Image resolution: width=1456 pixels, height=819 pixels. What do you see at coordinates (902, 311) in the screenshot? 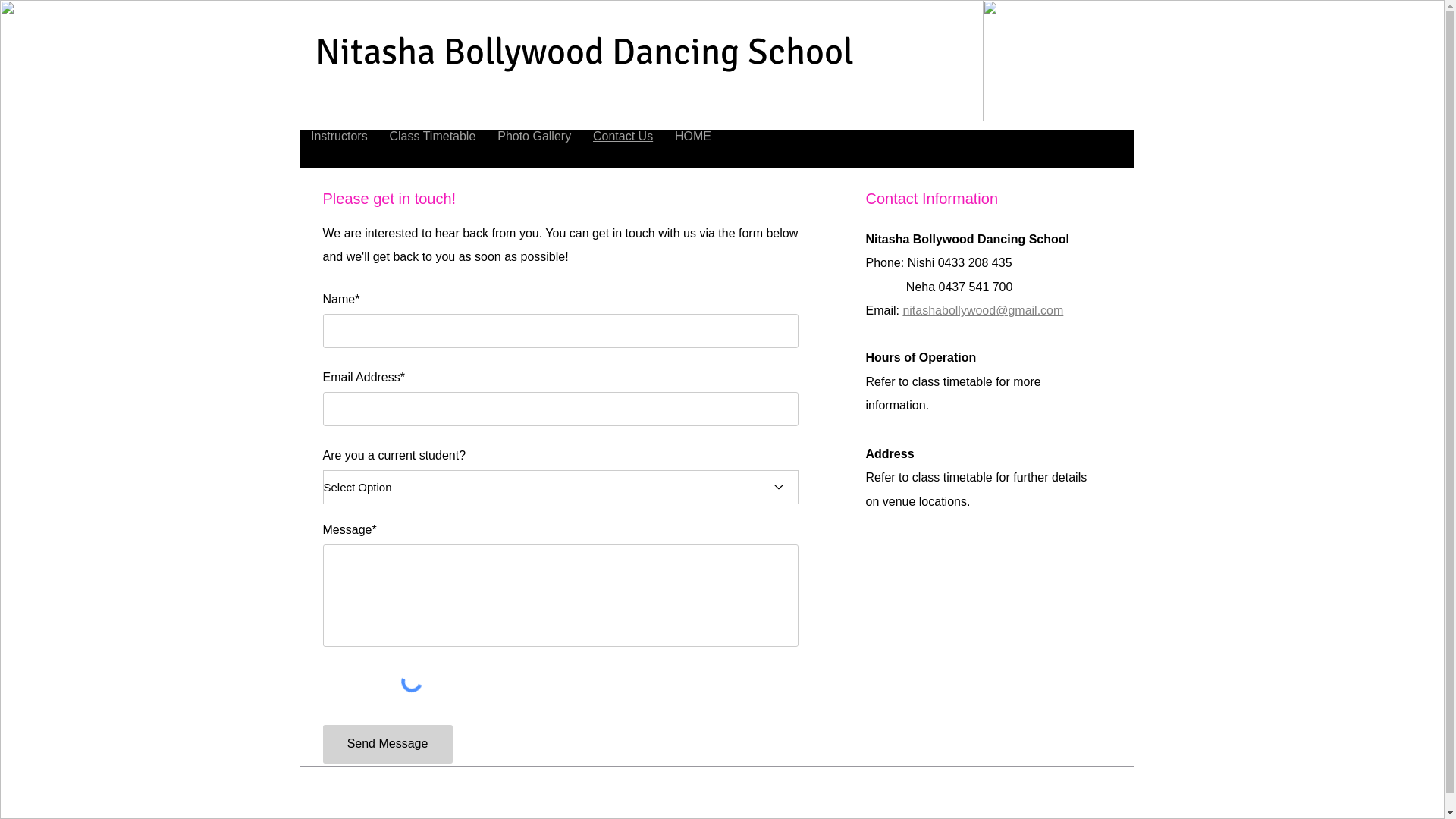
I see `'nitashabollywood@gmail.com'` at bounding box center [902, 311].